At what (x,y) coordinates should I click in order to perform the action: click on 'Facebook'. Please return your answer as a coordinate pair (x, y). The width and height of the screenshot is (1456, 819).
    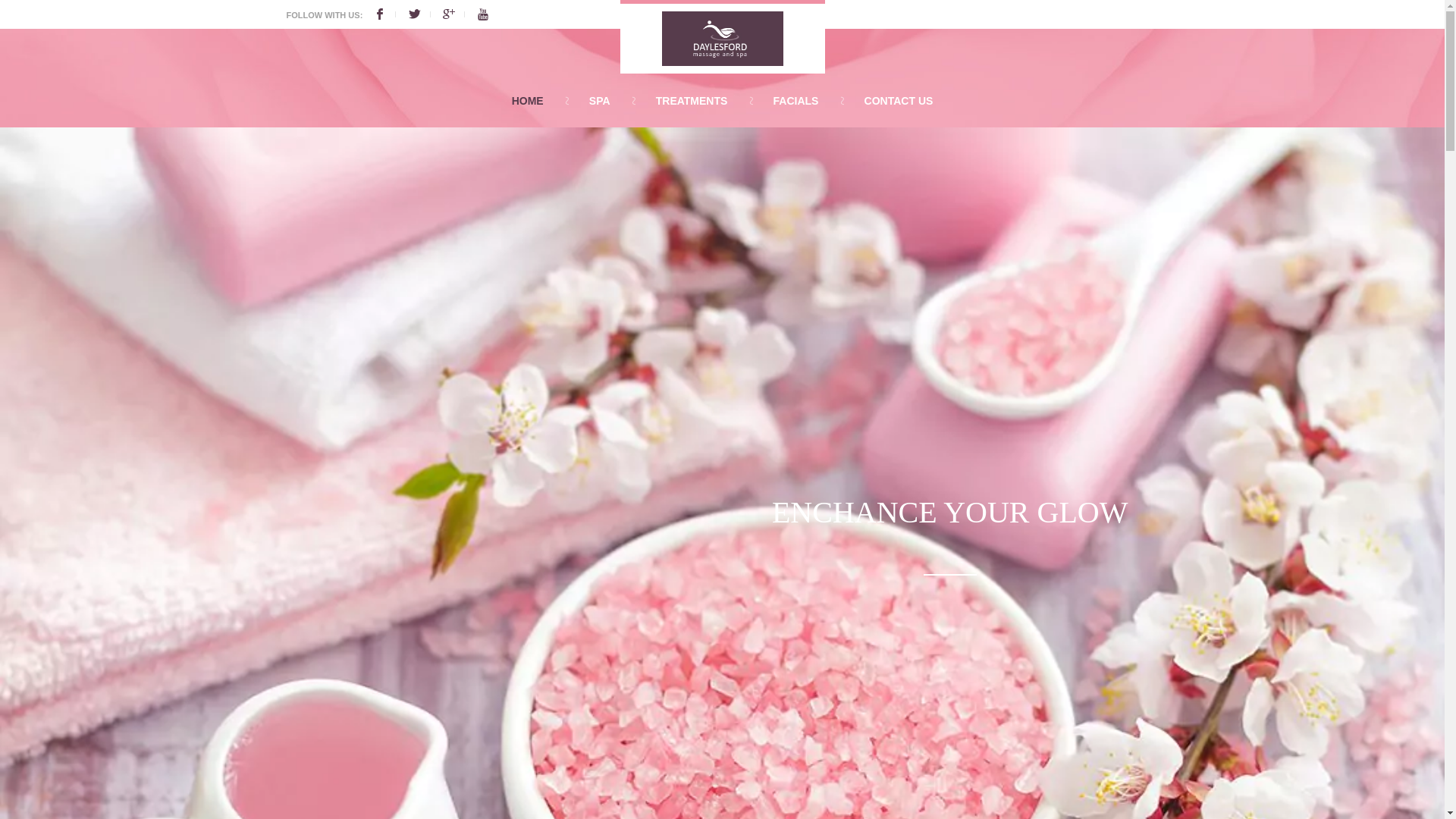
    Looking at the image, I should click on (389, 14).